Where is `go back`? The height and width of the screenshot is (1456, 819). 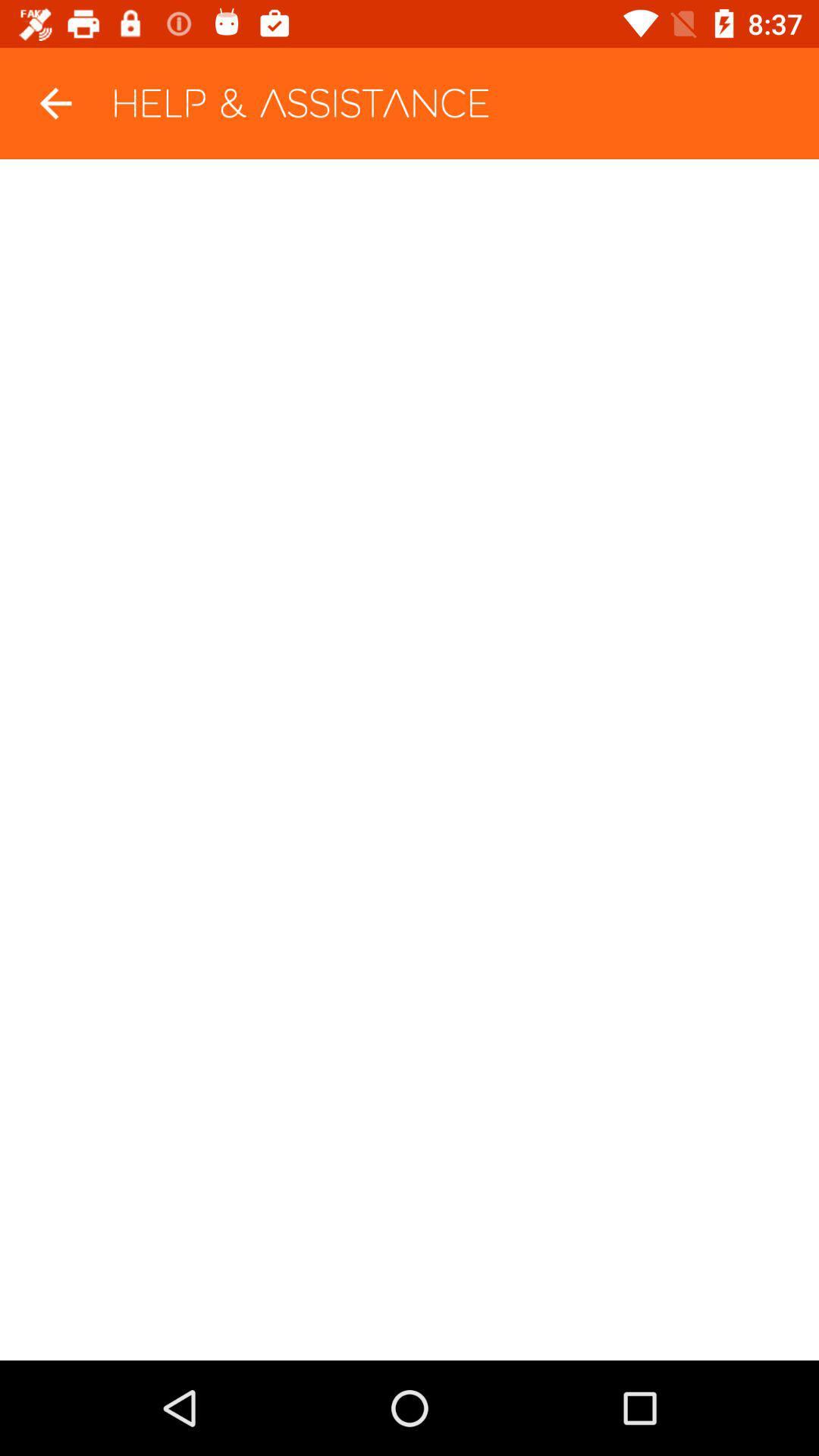 go back is located at coordinates (55, 102).